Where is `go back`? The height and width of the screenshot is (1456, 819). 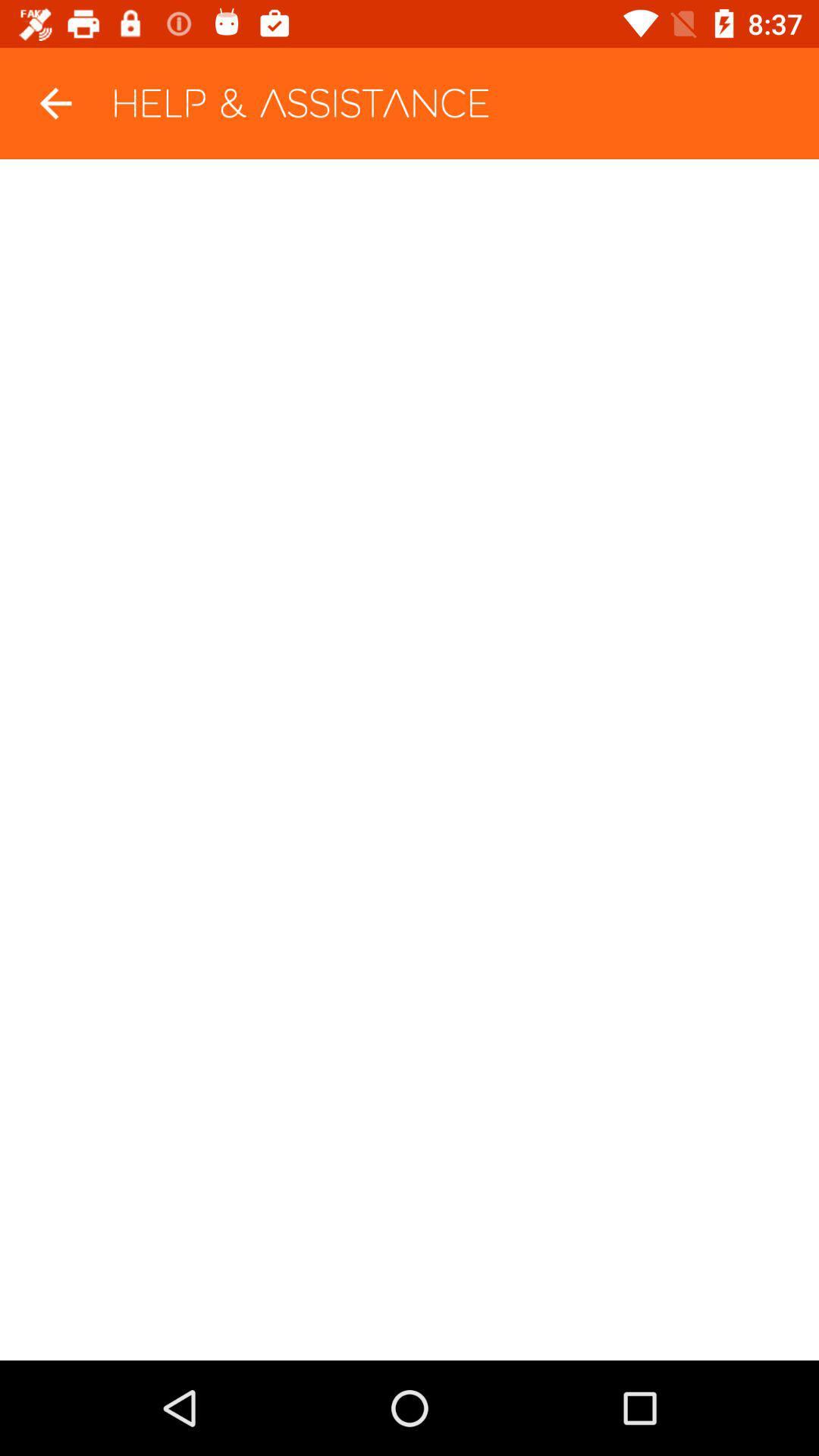 go back is located at coordinates (55, 102).